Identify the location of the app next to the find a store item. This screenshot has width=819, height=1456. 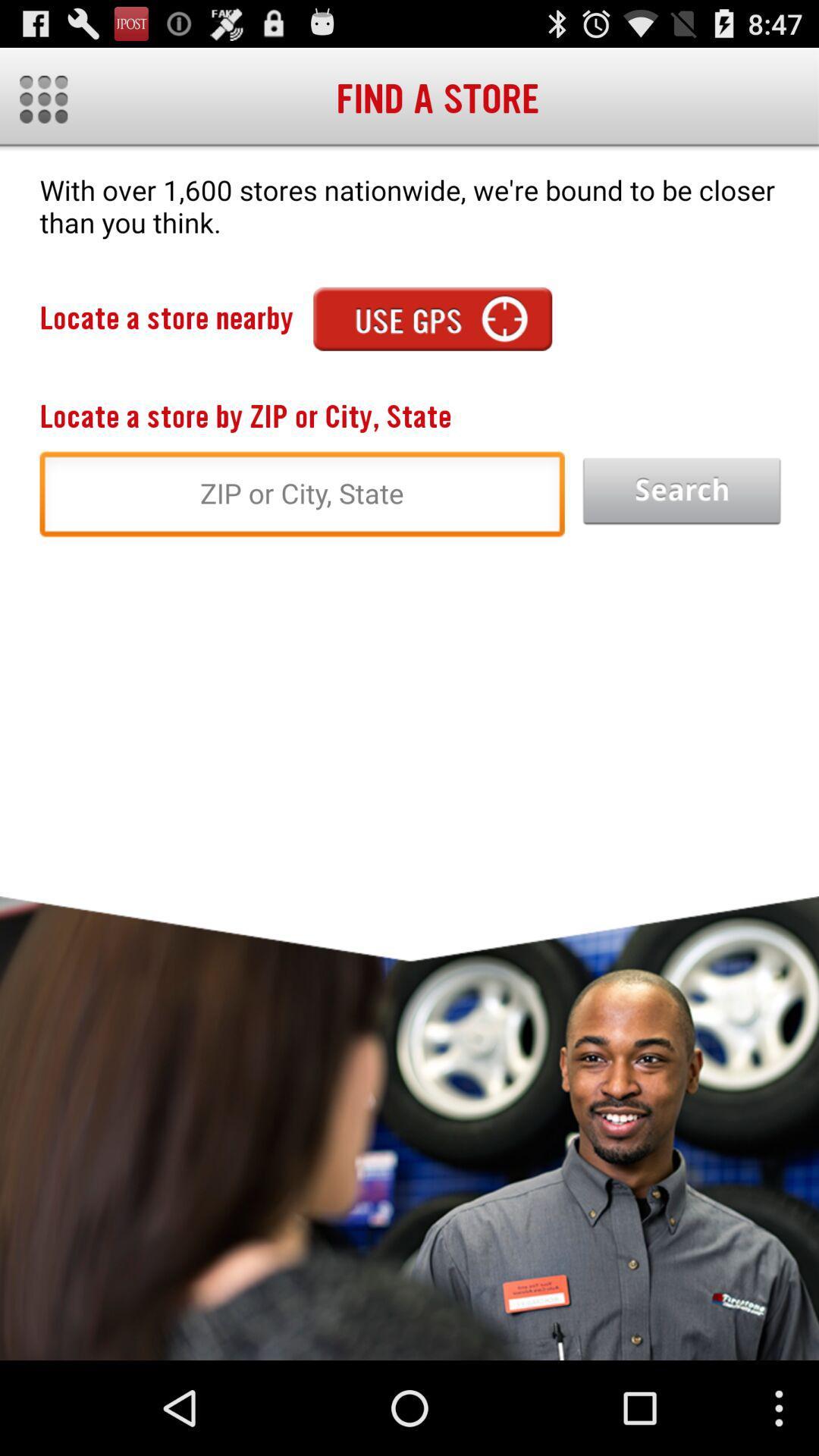
(42, 99).